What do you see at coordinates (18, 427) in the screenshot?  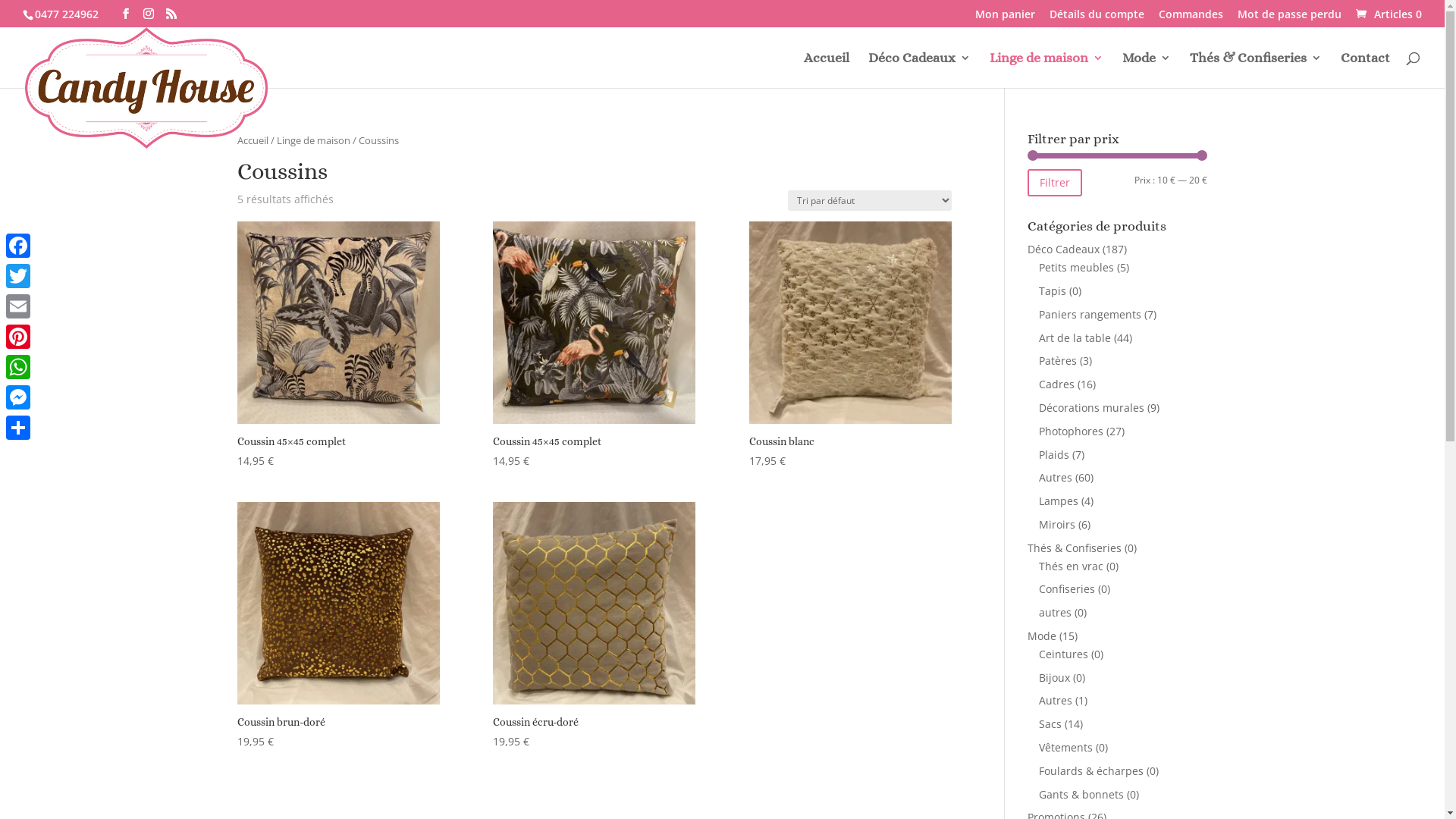 I see `'Share'` at bounding box center [18, 427].